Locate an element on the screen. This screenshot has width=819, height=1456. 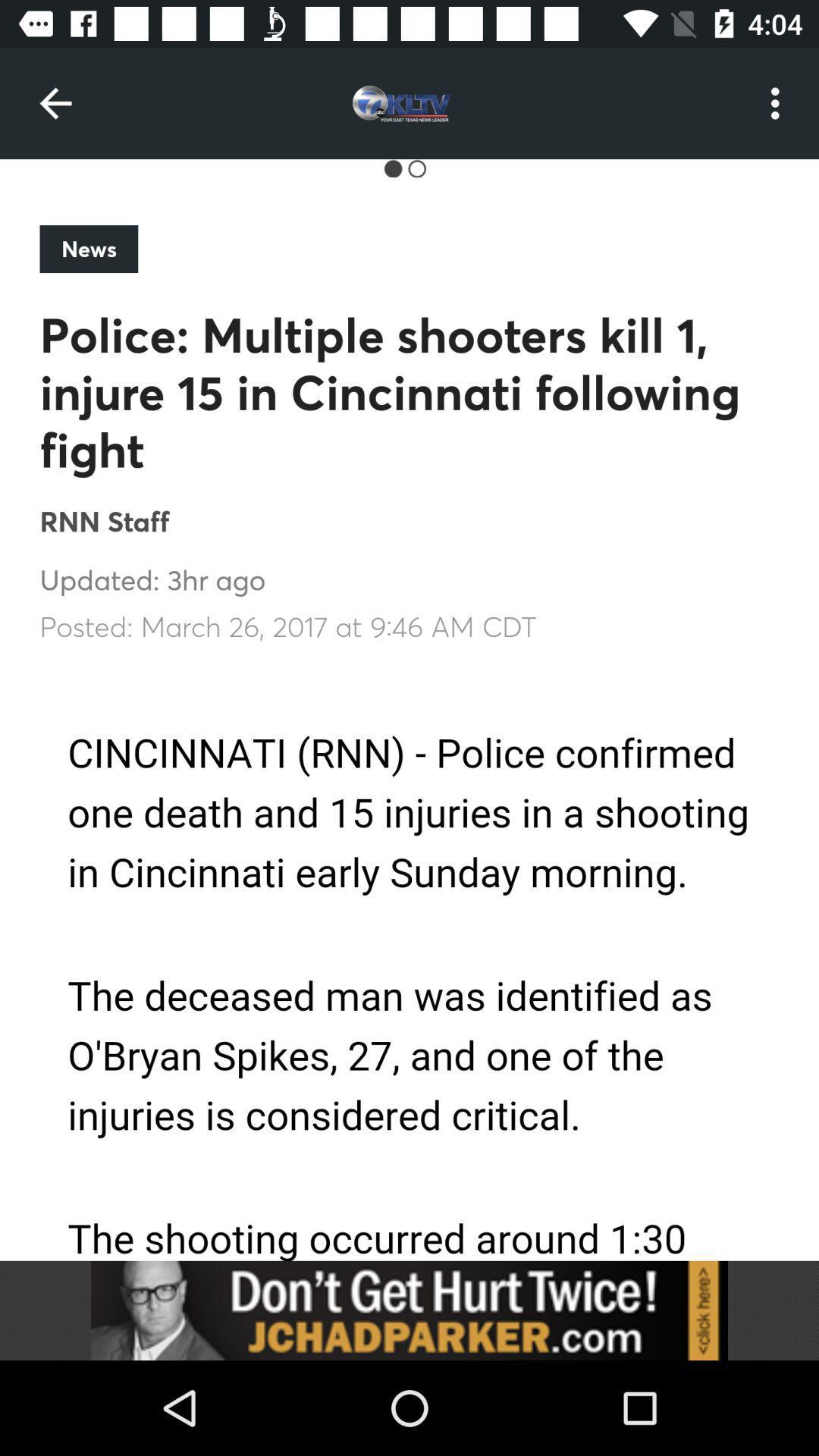
text option is located at coordinates (409, 962).